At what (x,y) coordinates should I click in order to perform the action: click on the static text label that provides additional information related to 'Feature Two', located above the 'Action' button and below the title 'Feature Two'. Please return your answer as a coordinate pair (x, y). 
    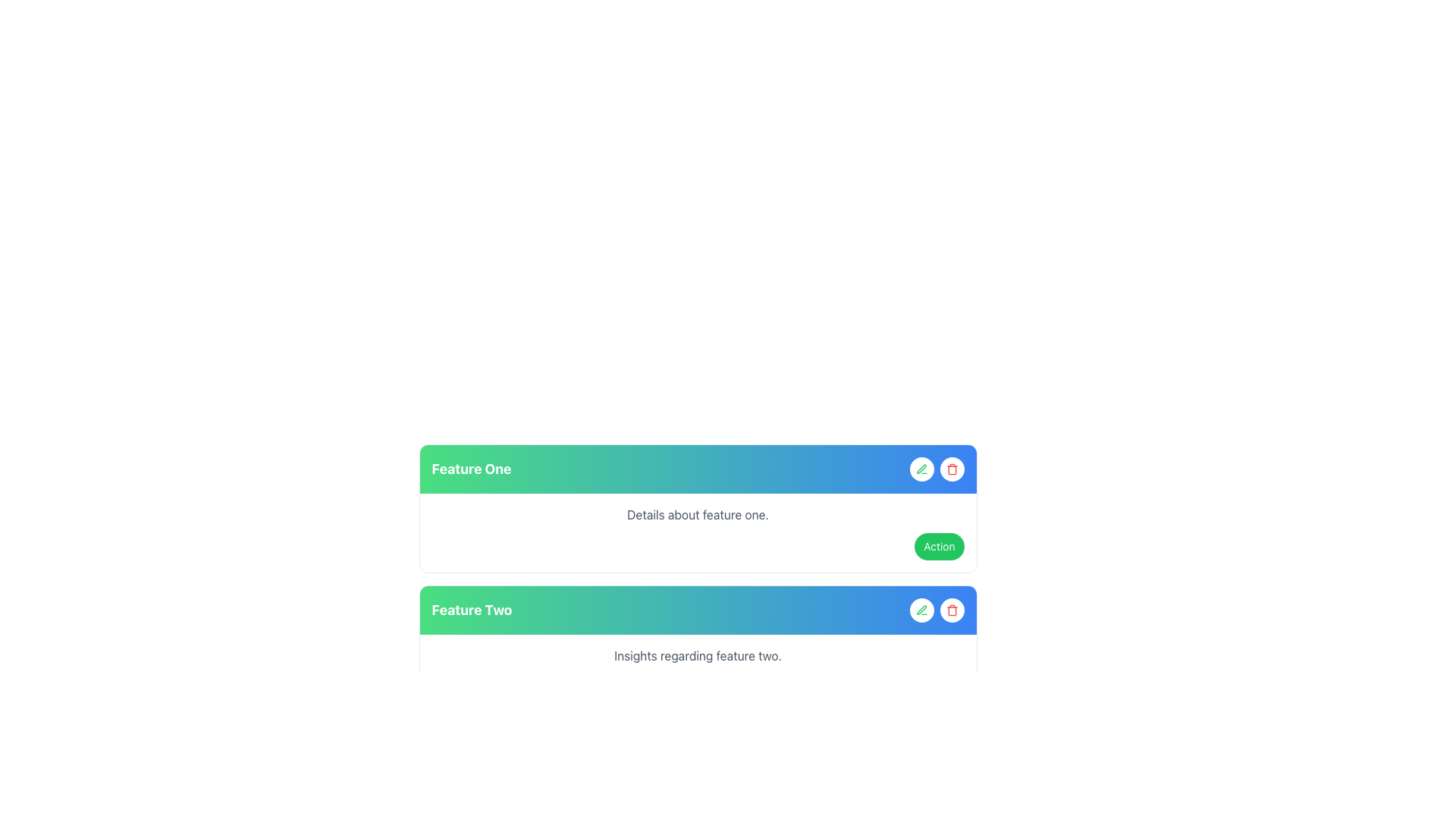
    Looking at the image, I should click on (697, 654).